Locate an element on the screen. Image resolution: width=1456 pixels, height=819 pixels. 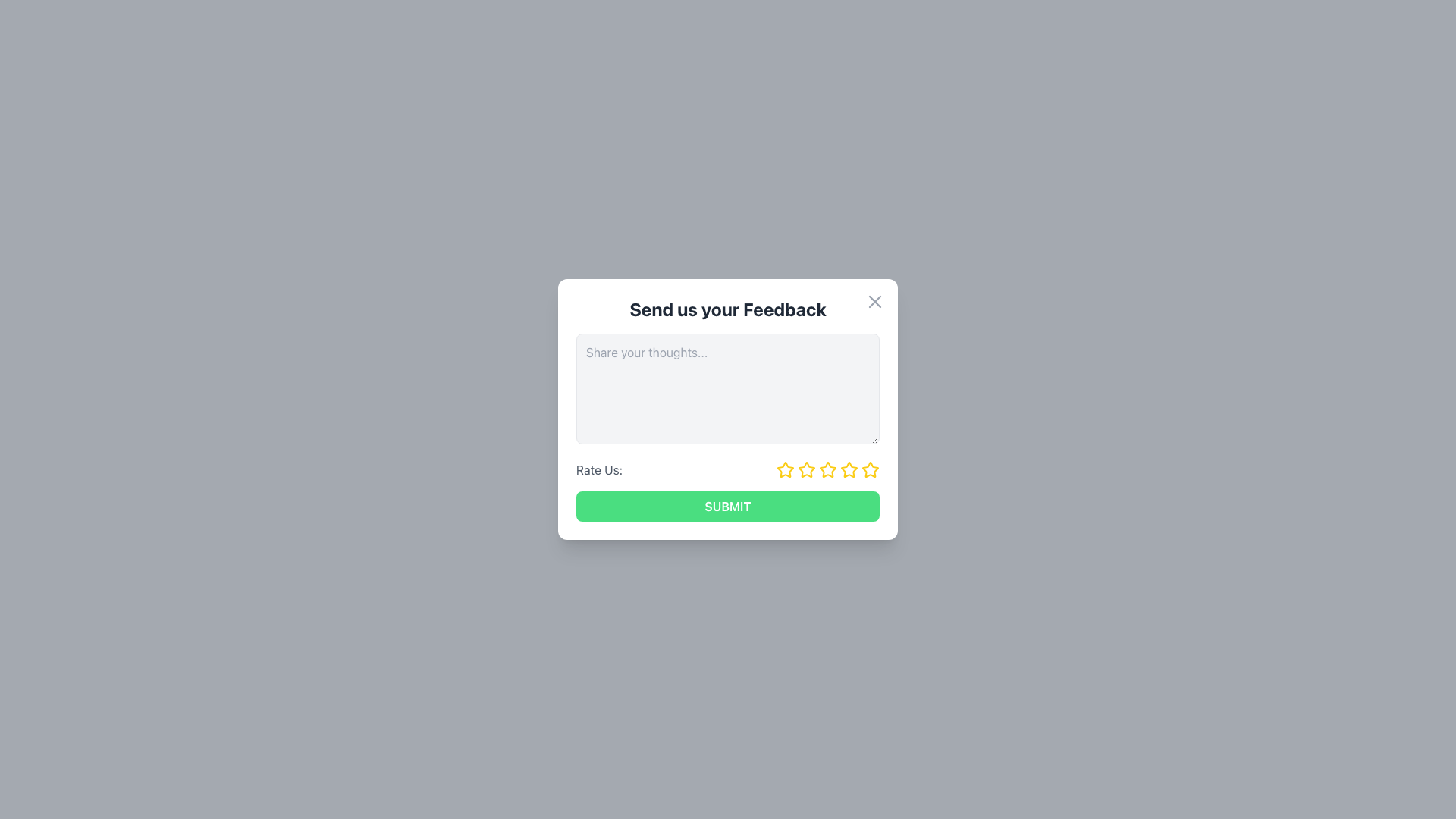
the fifth star in the rating system located at the lower-right section of the feedback form labeled 'Rate Us' is located at coordinates (870, 469).